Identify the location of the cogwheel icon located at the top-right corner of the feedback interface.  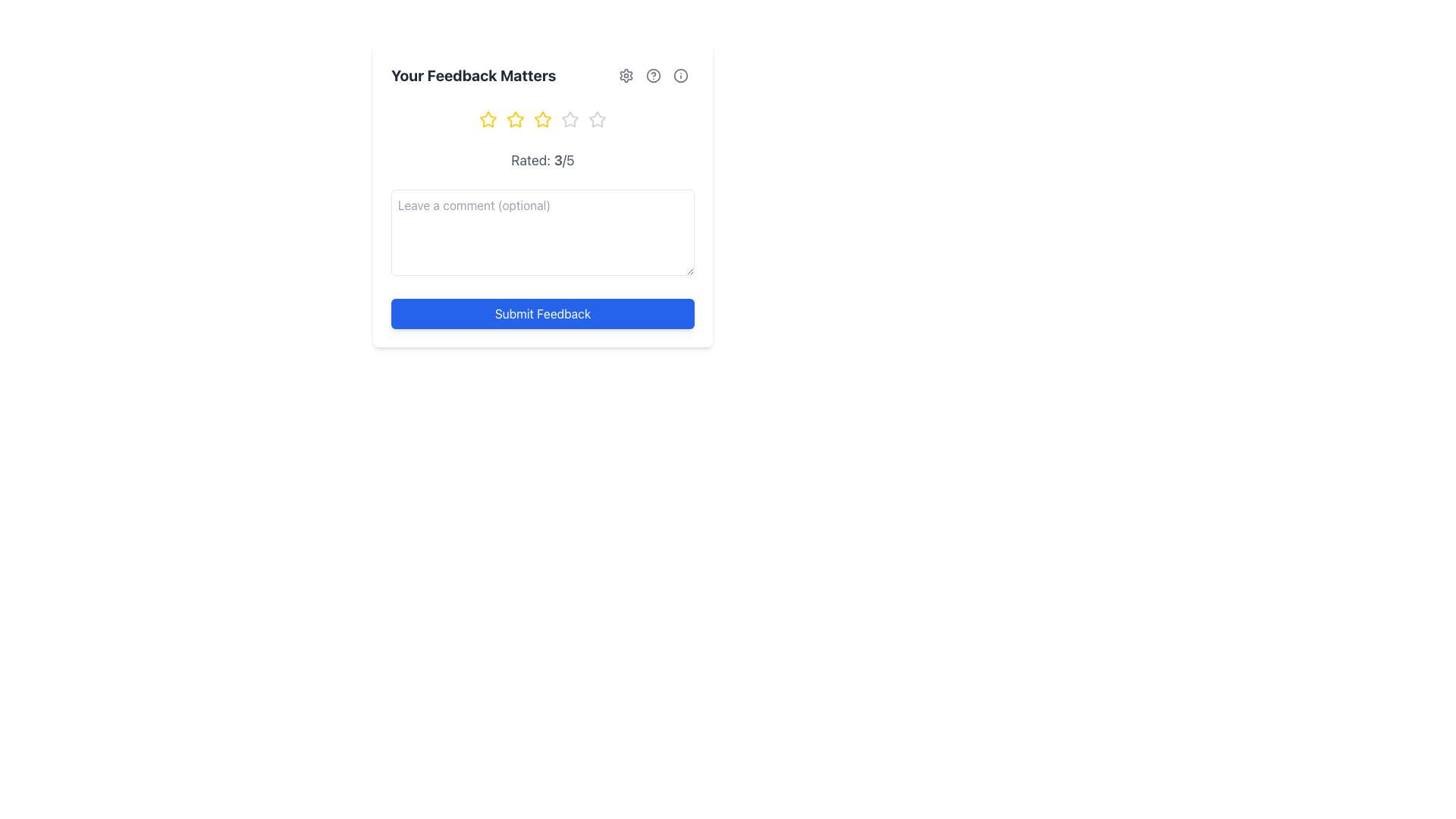
(626, 76).